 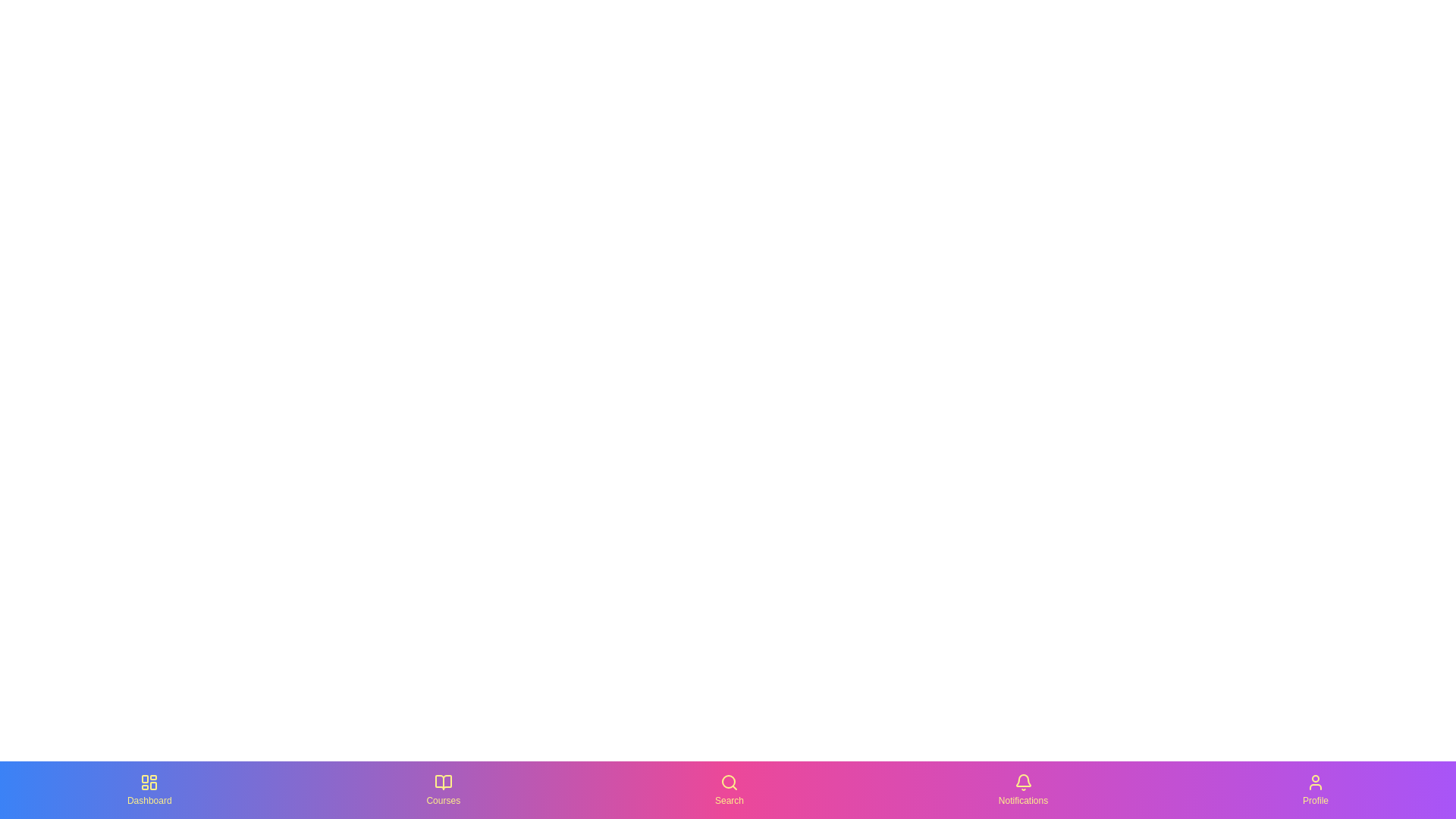 What do you see at coordinates (149, 789) in the screenshot?
I see `the Dashboard tab in the bottom navigation bar` at bounding box center [149, 789].